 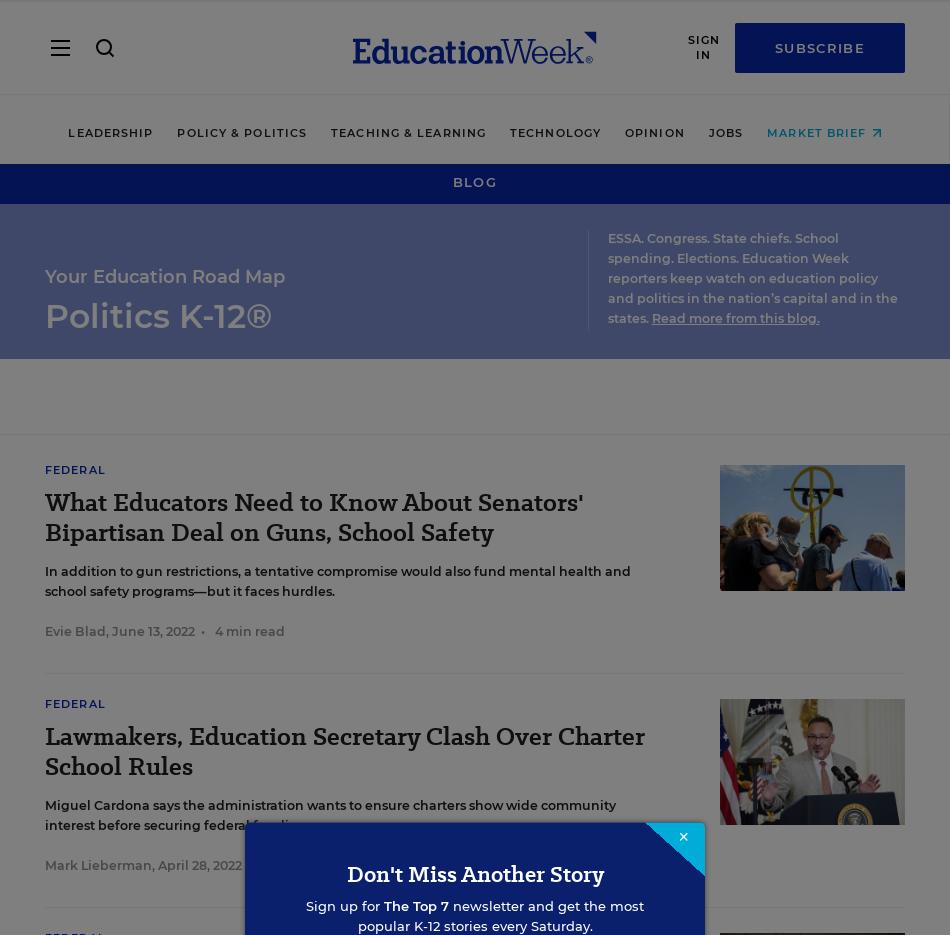 What do you see at coordinates (144, 660) in the screenshot?
I see `'Events and Webinars'` at bounding box center [144, 660].